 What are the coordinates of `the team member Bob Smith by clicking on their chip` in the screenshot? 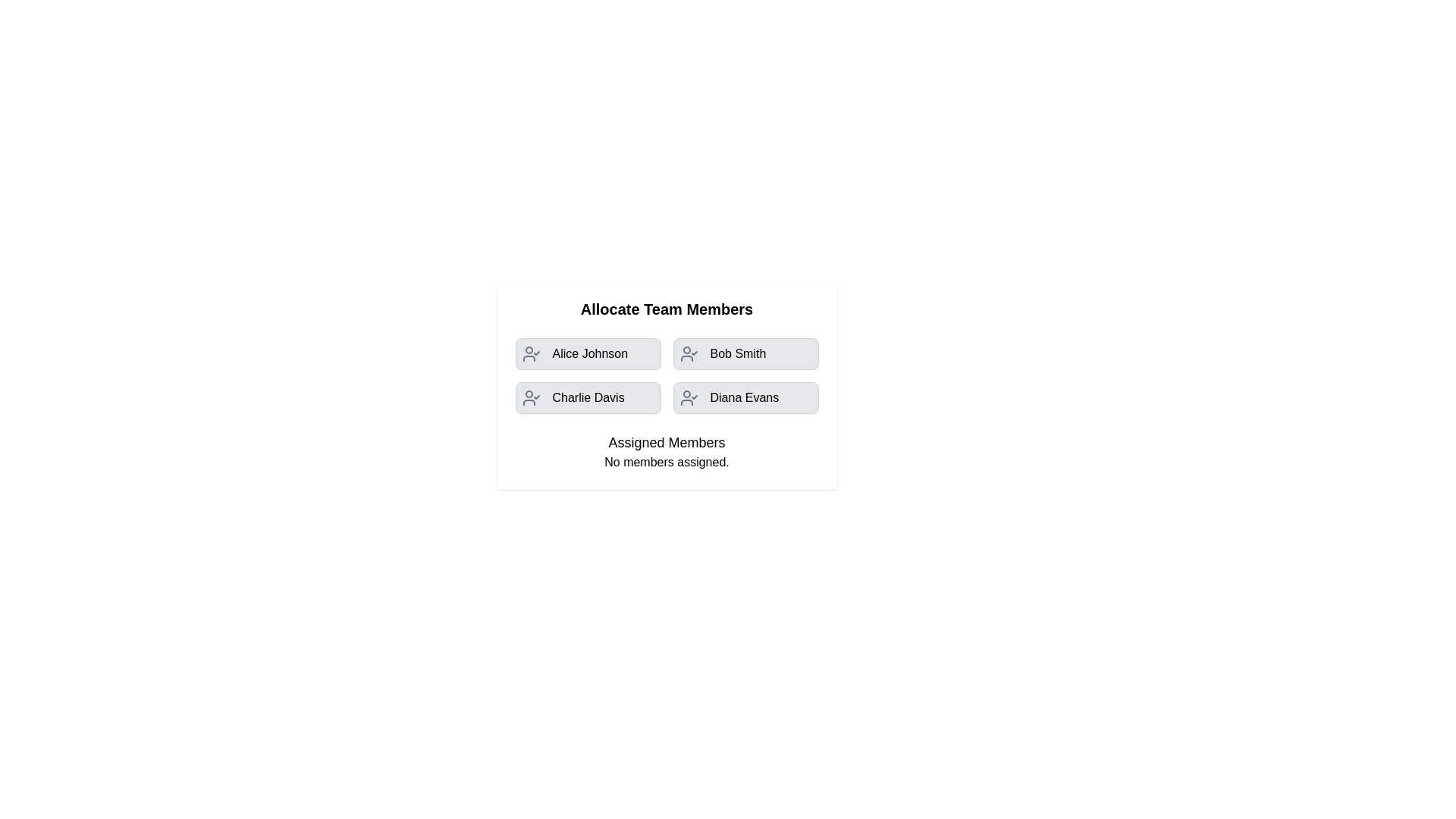 It's located at (745, 353).